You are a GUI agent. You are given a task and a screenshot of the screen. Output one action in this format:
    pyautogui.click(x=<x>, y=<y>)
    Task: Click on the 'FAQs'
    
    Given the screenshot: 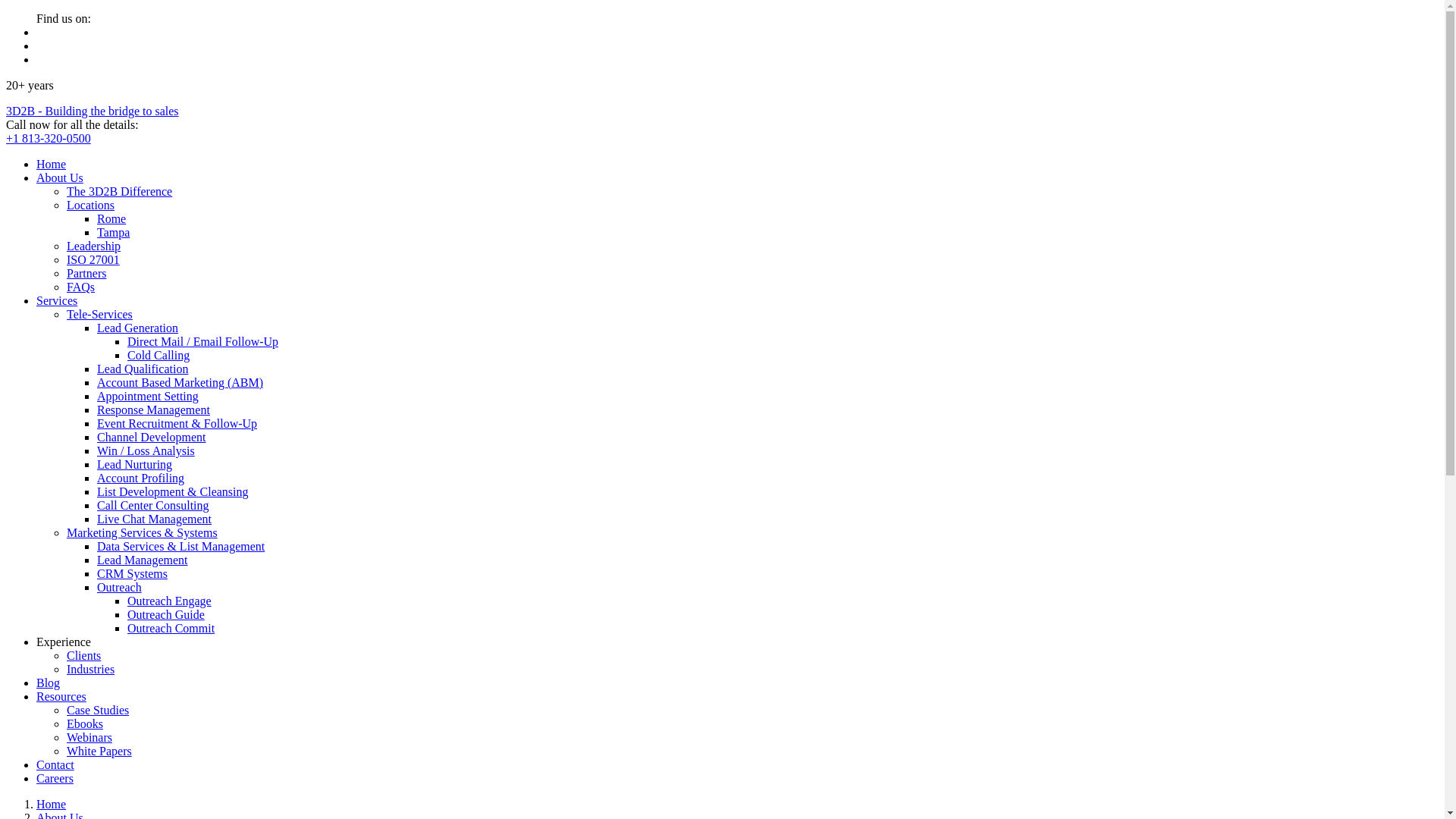 What is the action you would take?
    pyautogui.click(x=80, y=287)
    